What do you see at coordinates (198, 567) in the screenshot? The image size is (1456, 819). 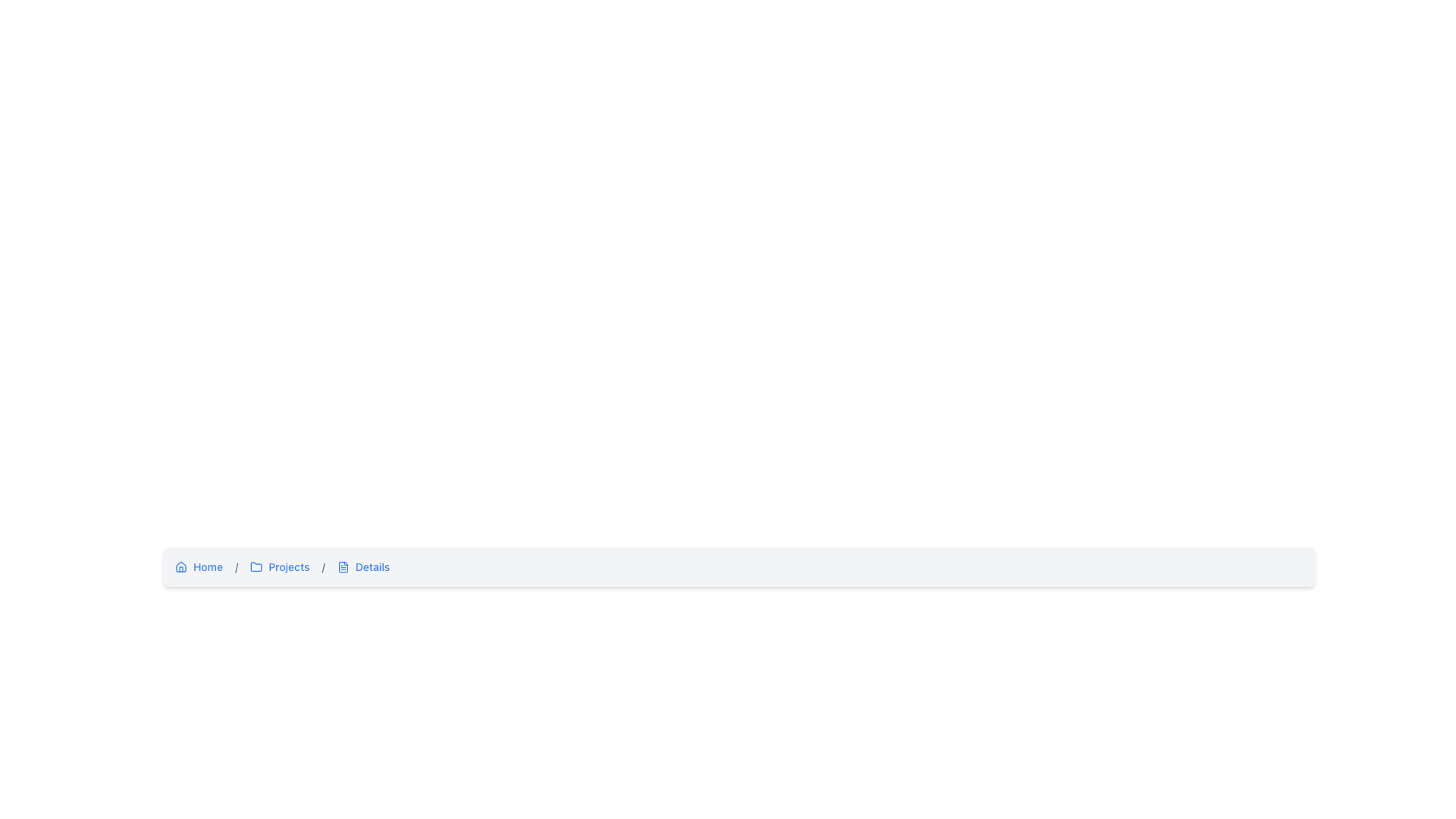 I see `the Breadcrumb Navigational Link, which is the first component in the breadcrumb navigation bar and redirects to the homepage` at bounding box center [198, 567].